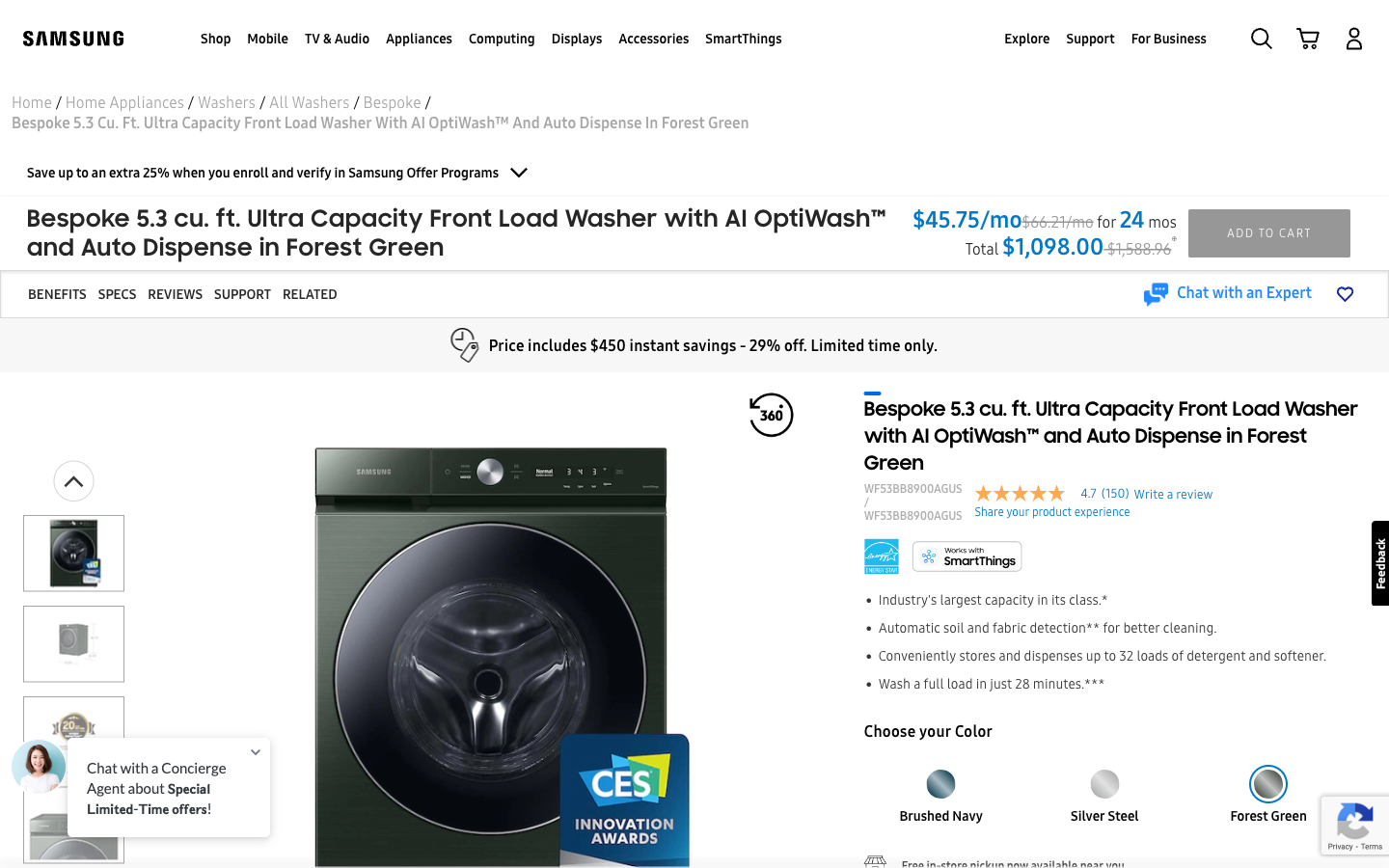  I want to click on Inspect the consumer responses for the washing machine, so click(175, 293).